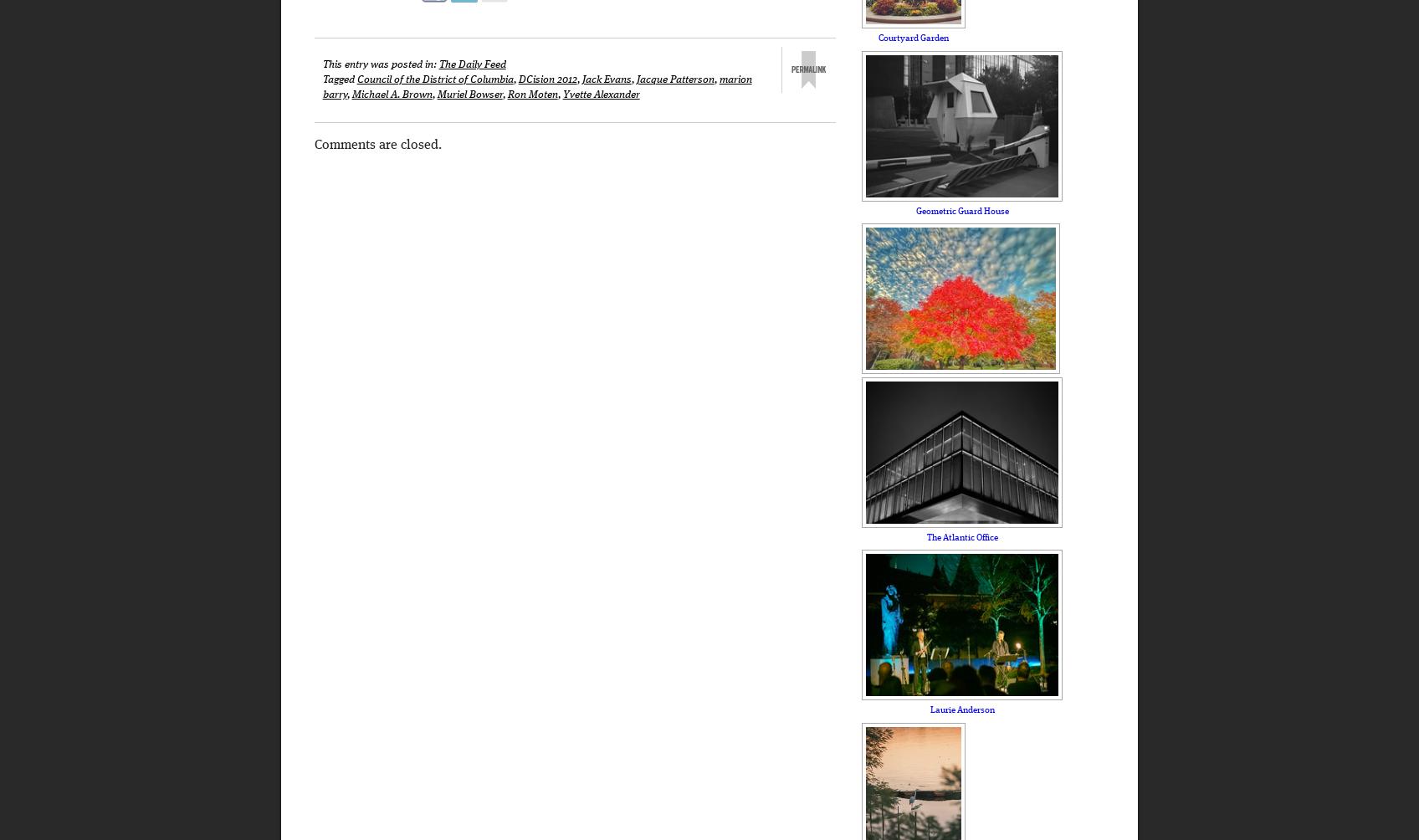 Image resolution: width=1419 pixels, height=840 pixels. I want to click on 'The Atlantic Office', so click(961, 536).